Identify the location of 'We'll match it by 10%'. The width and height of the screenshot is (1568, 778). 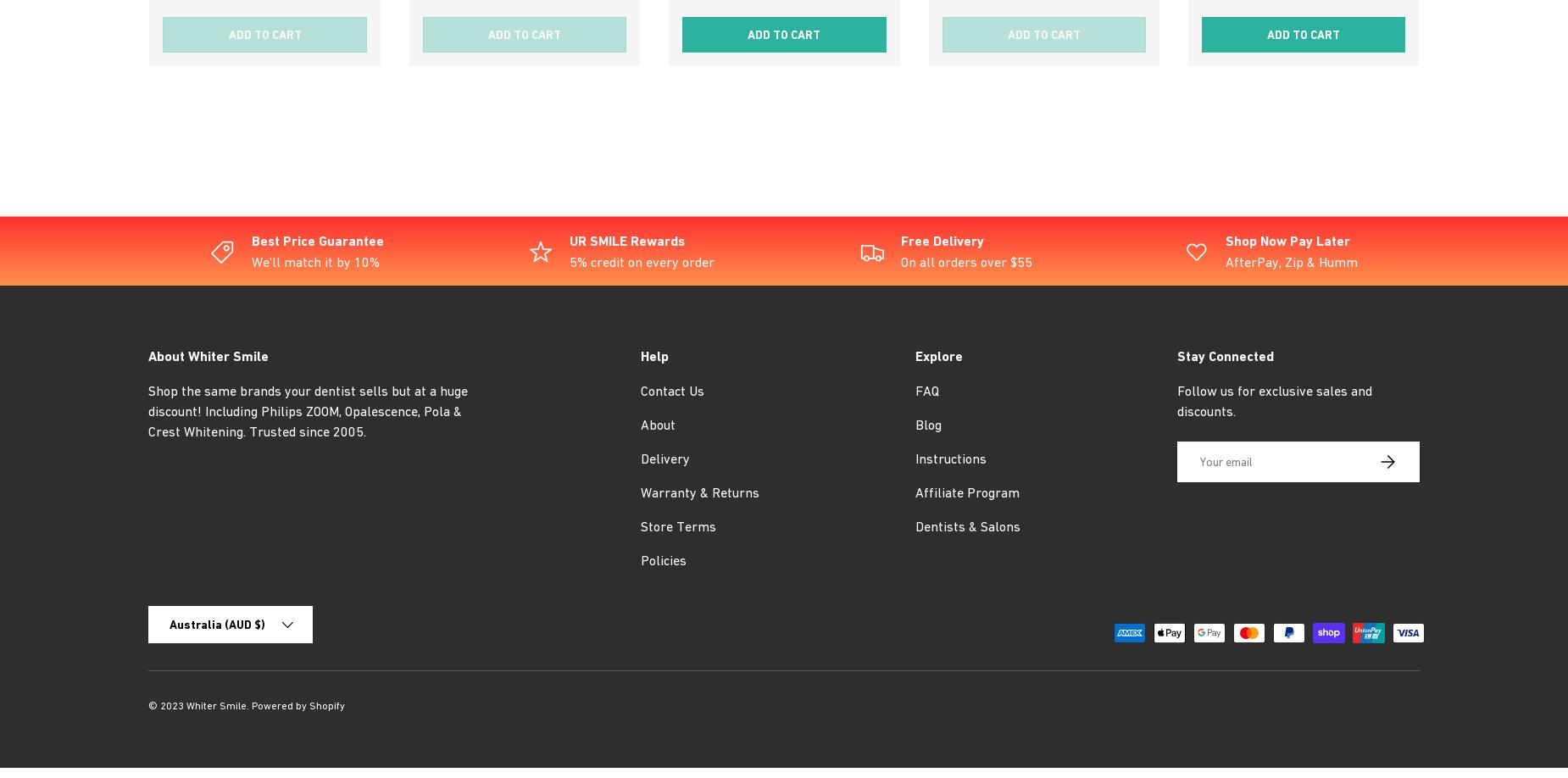
(250, 261).